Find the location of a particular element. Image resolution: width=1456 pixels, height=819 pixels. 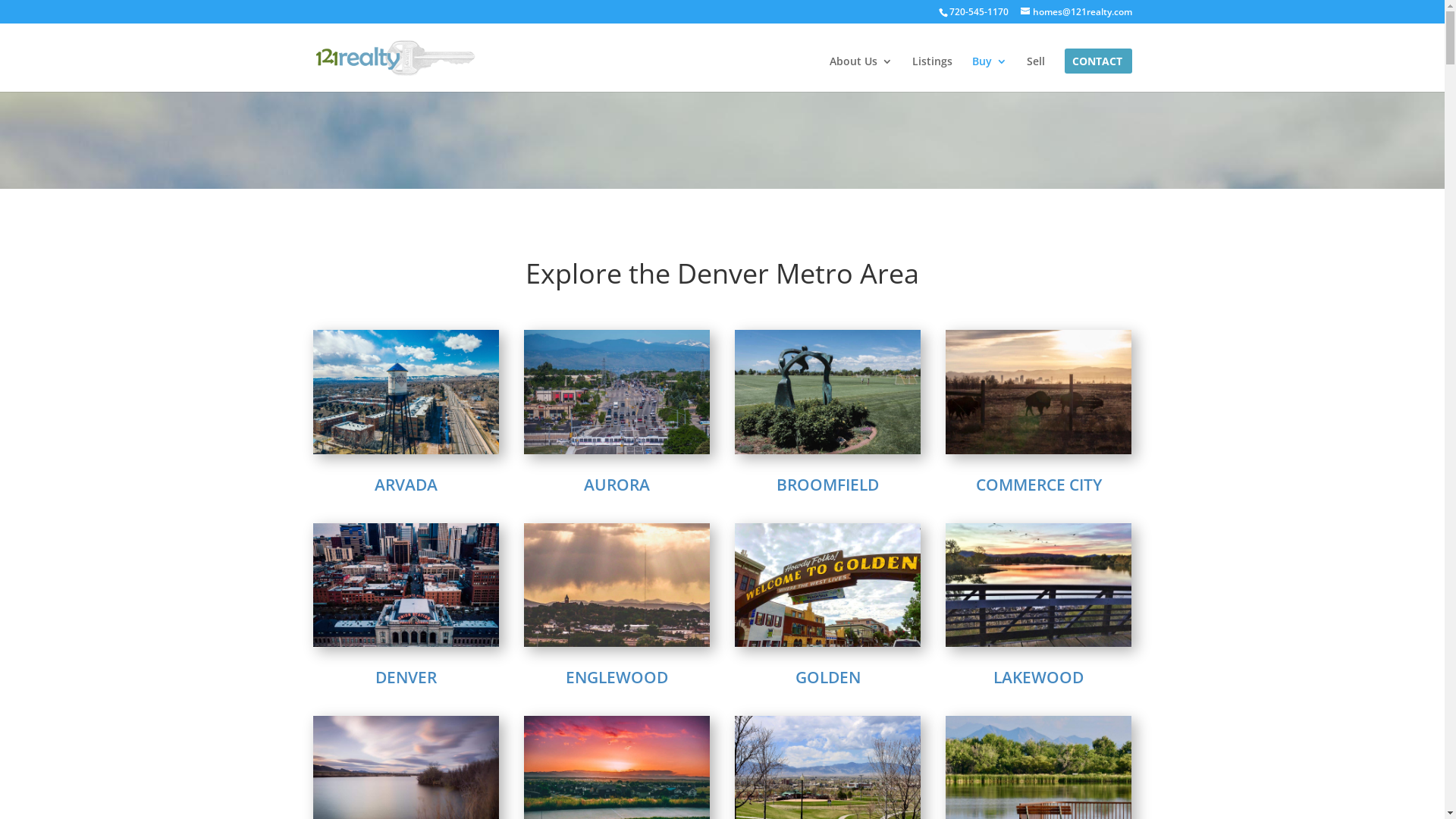

'COMMERCE CITY' is located at coordinates (975, 485).